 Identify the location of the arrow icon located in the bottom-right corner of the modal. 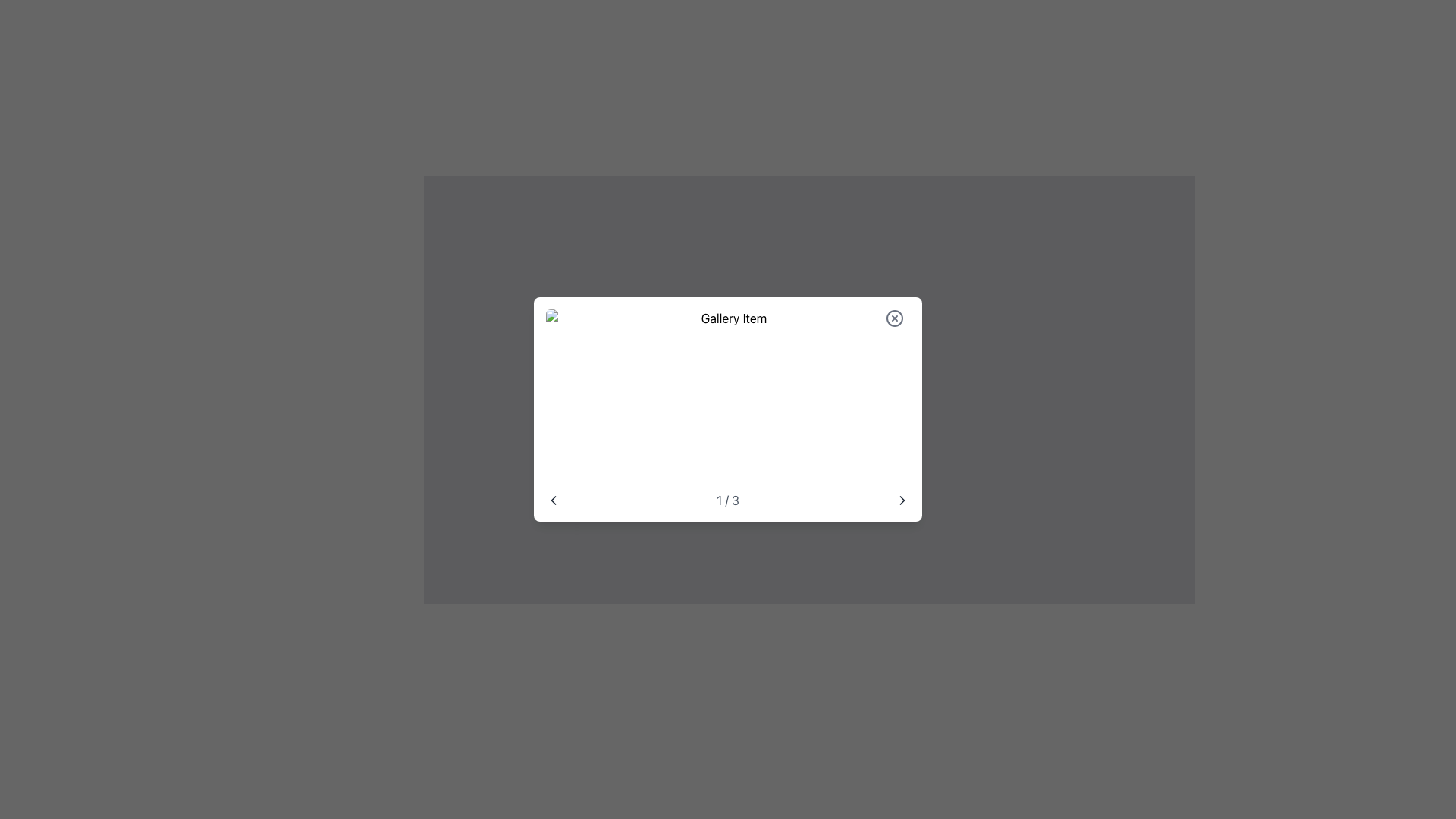
(902, 500).